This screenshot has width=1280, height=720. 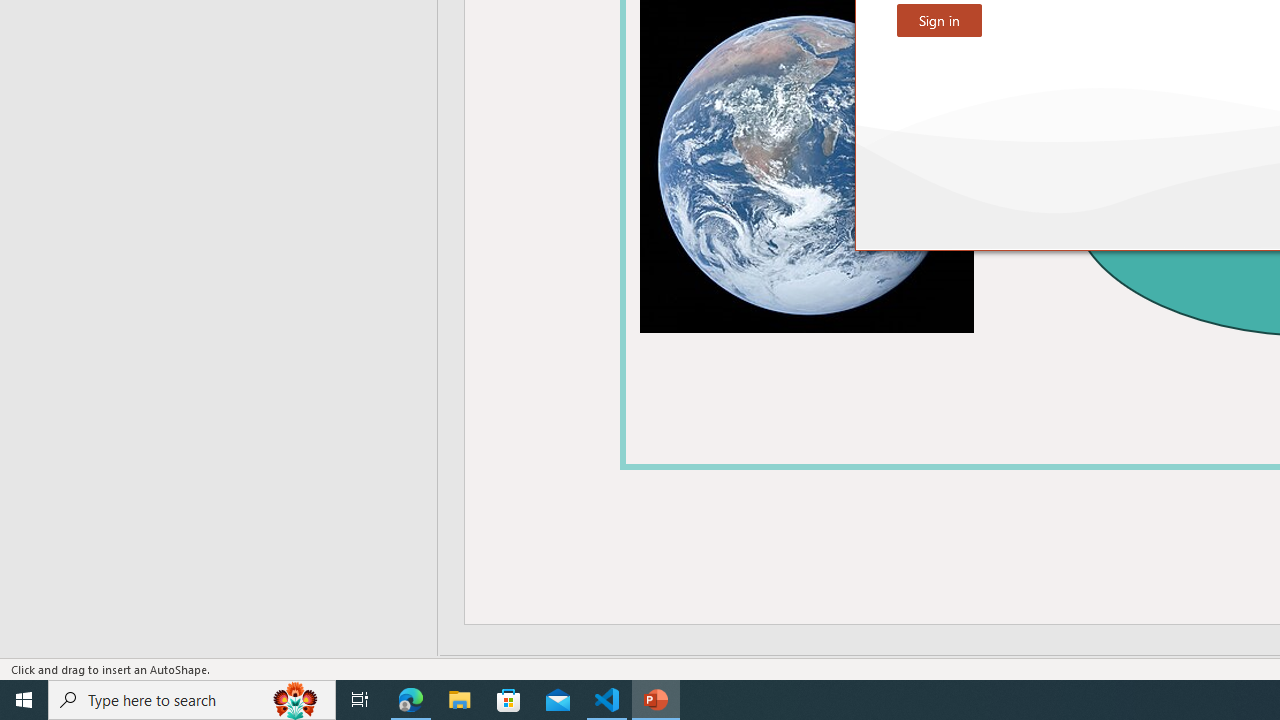 I want to click on 'Microsoft Edge - 1 running window', so click(x=410, y=698).